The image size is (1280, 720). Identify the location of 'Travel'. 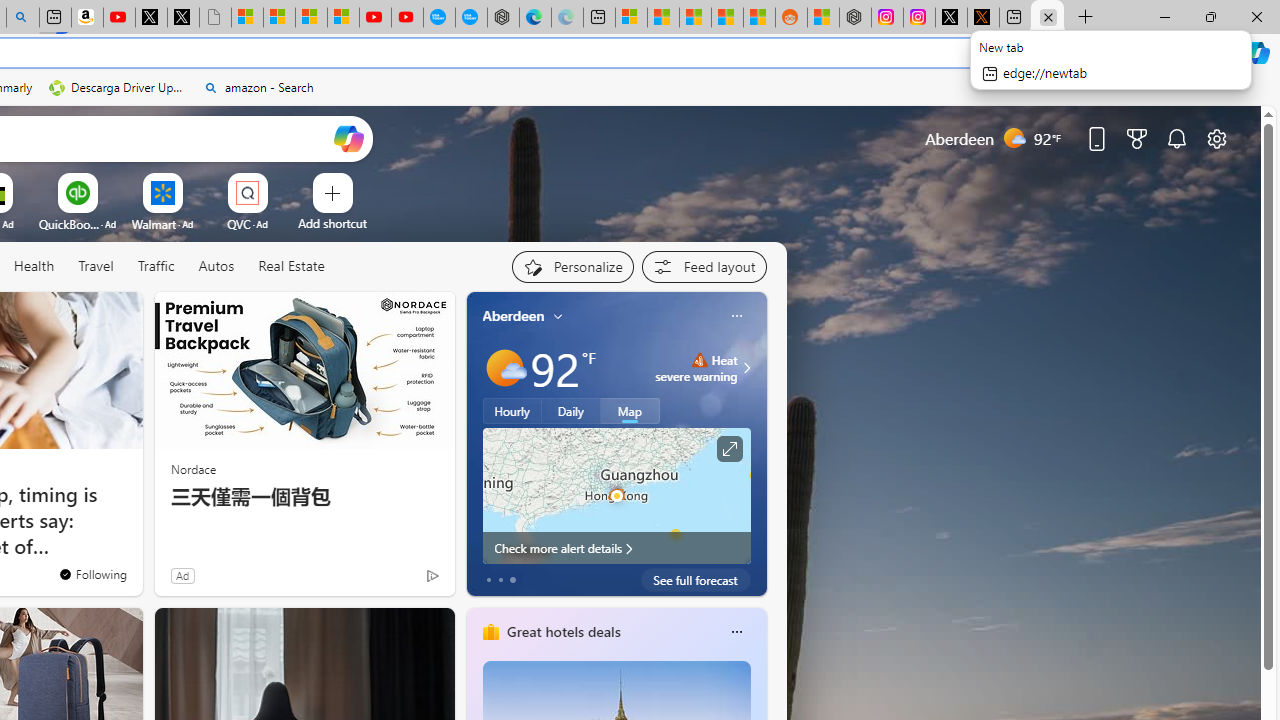
(95, 266).